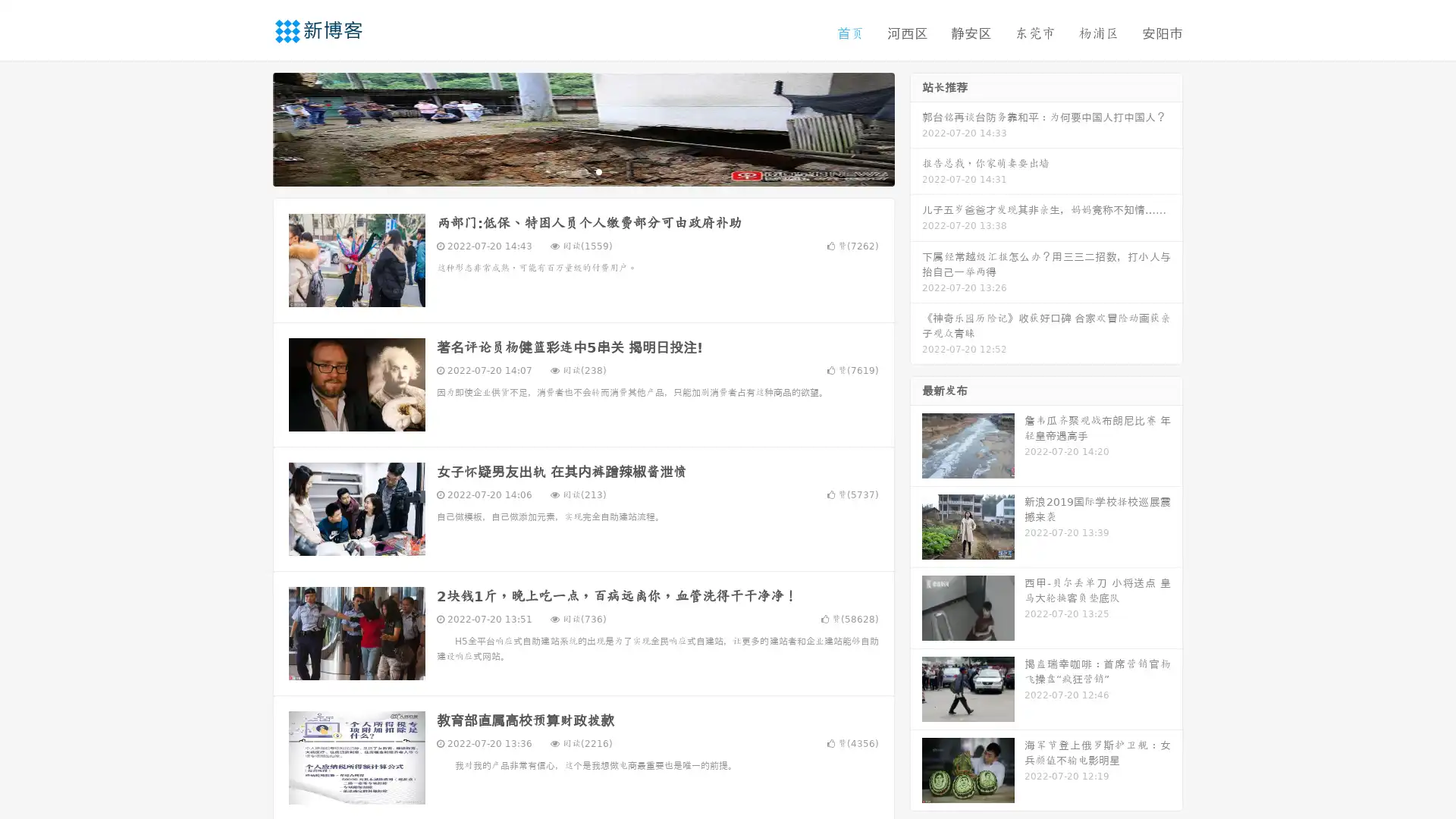  Describe the element at coordinates (598, 171) in the screenshot. I see `Go to slide 3` at that location.